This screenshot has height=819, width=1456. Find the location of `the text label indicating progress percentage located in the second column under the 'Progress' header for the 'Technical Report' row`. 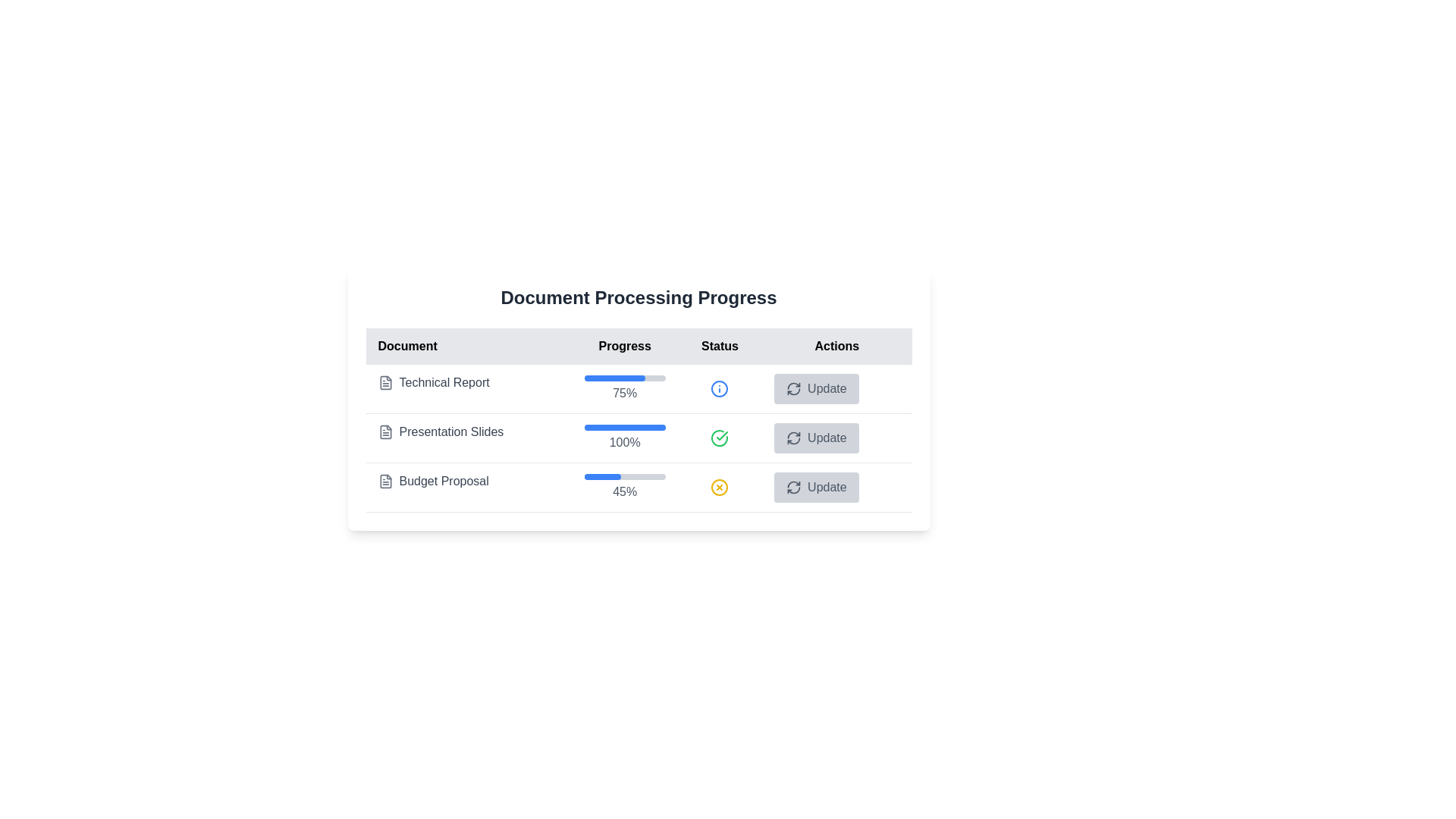

the text label indicating progress percentage located in the second column under the 'Progress' header for the 'Technical Report' row is located at coordinates (625, 388).